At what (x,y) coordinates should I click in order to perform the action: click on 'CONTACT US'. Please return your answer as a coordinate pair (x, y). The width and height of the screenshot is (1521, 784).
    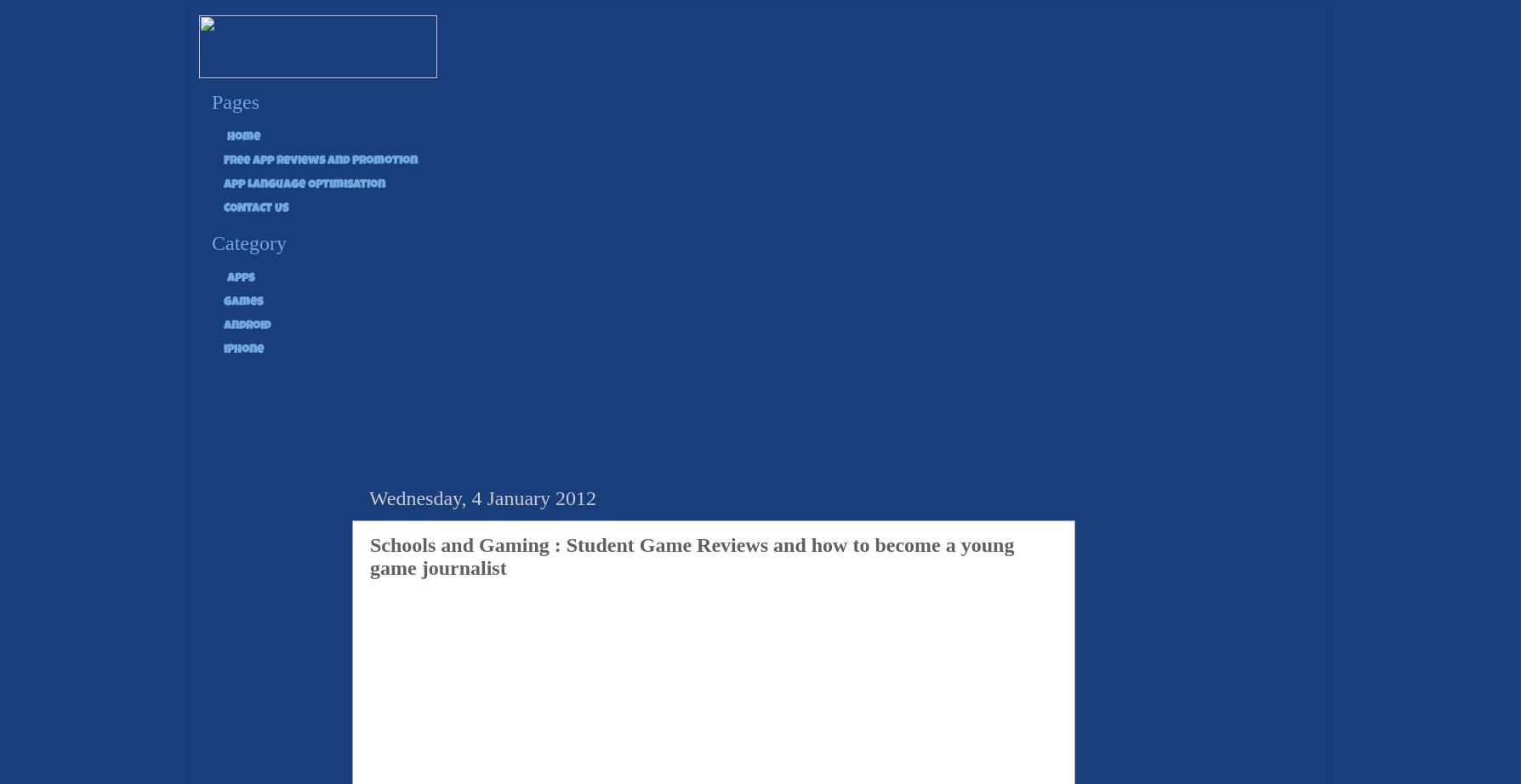
    Looking at the image, I should click on (254, 207).